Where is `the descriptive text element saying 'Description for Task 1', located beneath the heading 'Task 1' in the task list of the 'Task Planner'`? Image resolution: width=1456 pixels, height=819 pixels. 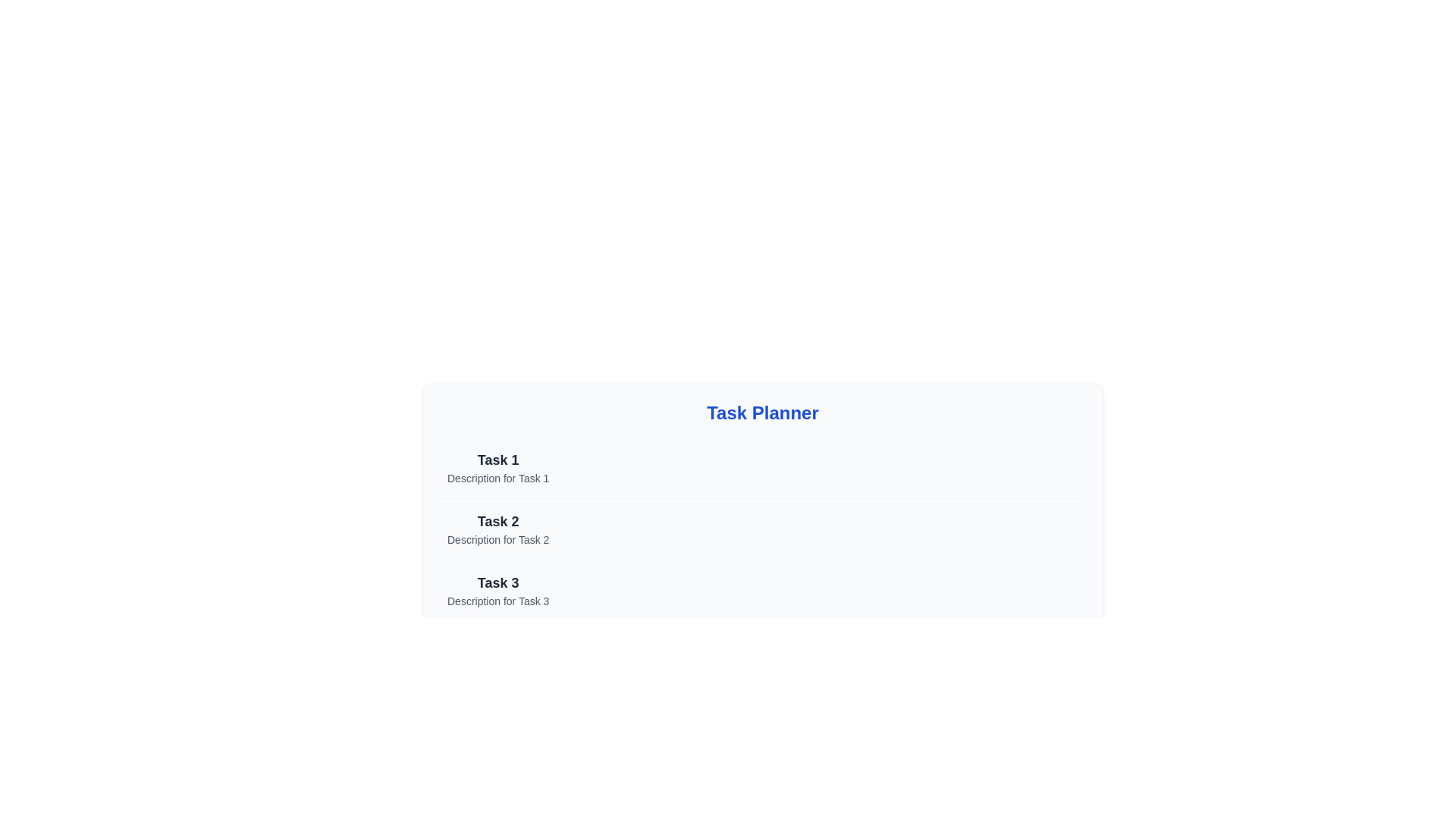
the descriptive text element saying 'Description for Task 1', located beneath the heading 'Task 1' in the task list of the 'Task Planner' is located at coordinates (498, 479).